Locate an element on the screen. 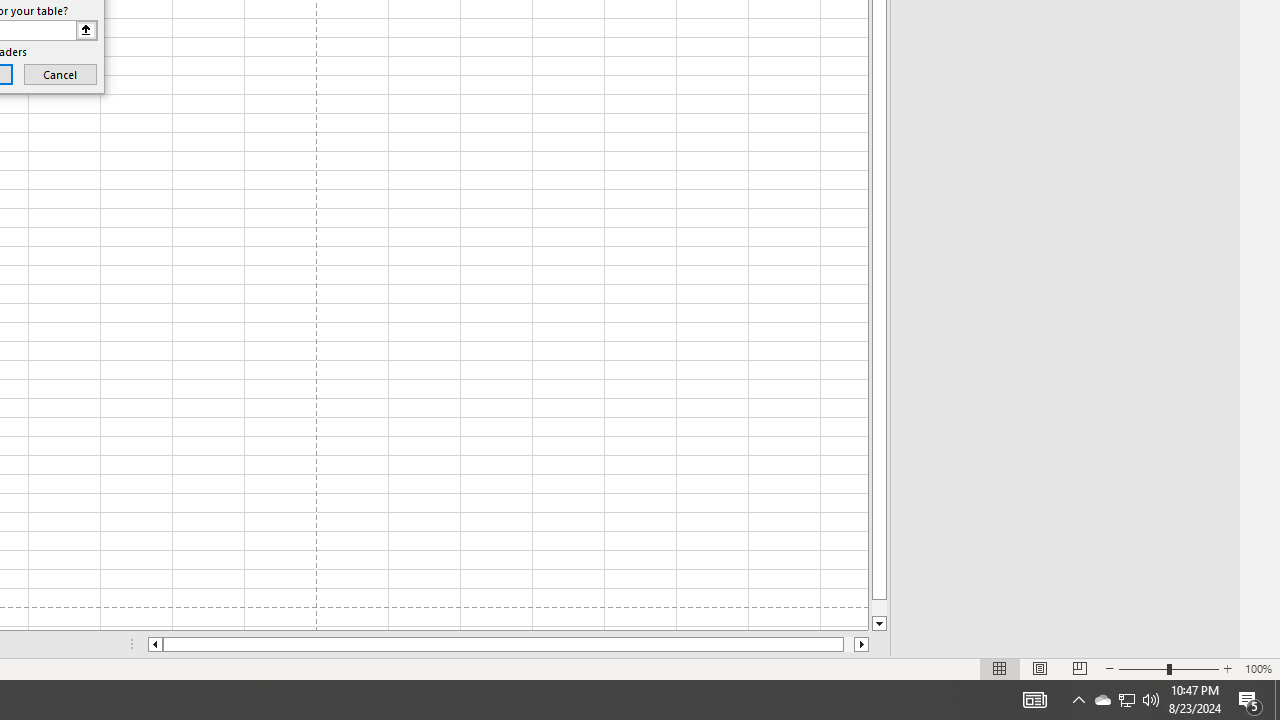 The image size is (1280, 720). 'Page right' is located at coordinates (848, 644).